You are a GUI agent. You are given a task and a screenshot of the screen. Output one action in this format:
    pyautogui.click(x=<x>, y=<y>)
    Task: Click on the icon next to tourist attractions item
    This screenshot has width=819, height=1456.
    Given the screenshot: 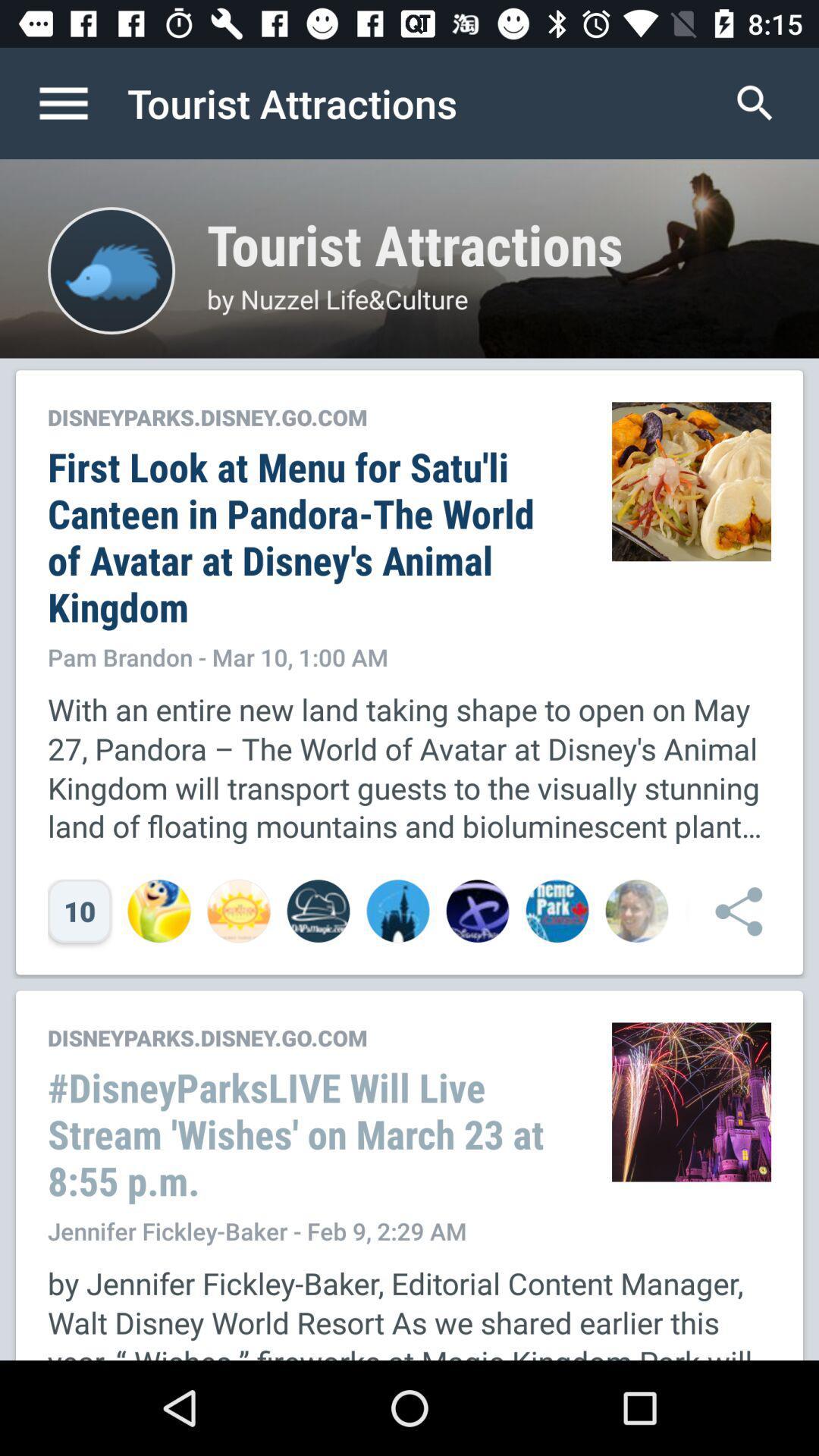 What is the action you would take?
    pyautogui.click(x=79, y=102)
    